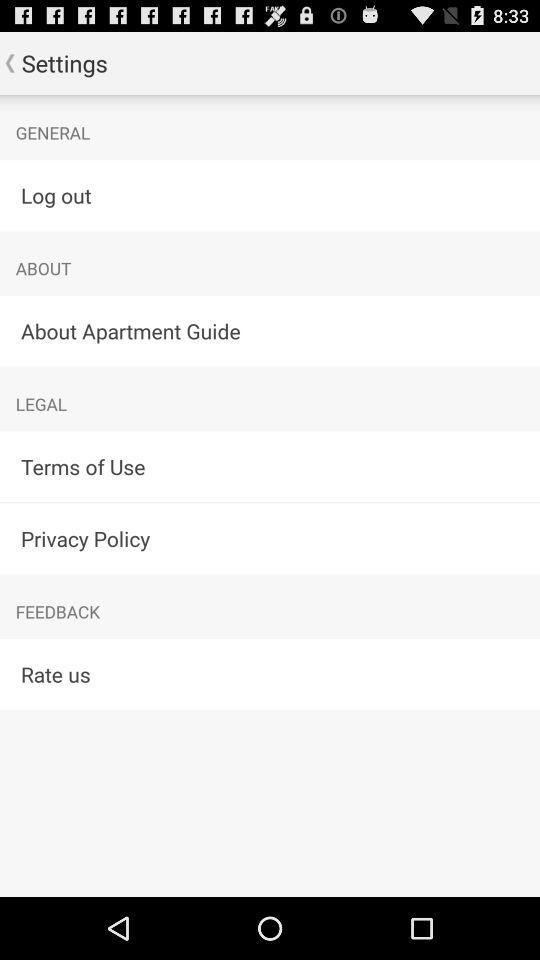 This screenshot has height=960, width=540. What do you see at coordinates (270, 674) in the screenshot?
I see `rate us at the bottom` at bounding box center [270, 674].